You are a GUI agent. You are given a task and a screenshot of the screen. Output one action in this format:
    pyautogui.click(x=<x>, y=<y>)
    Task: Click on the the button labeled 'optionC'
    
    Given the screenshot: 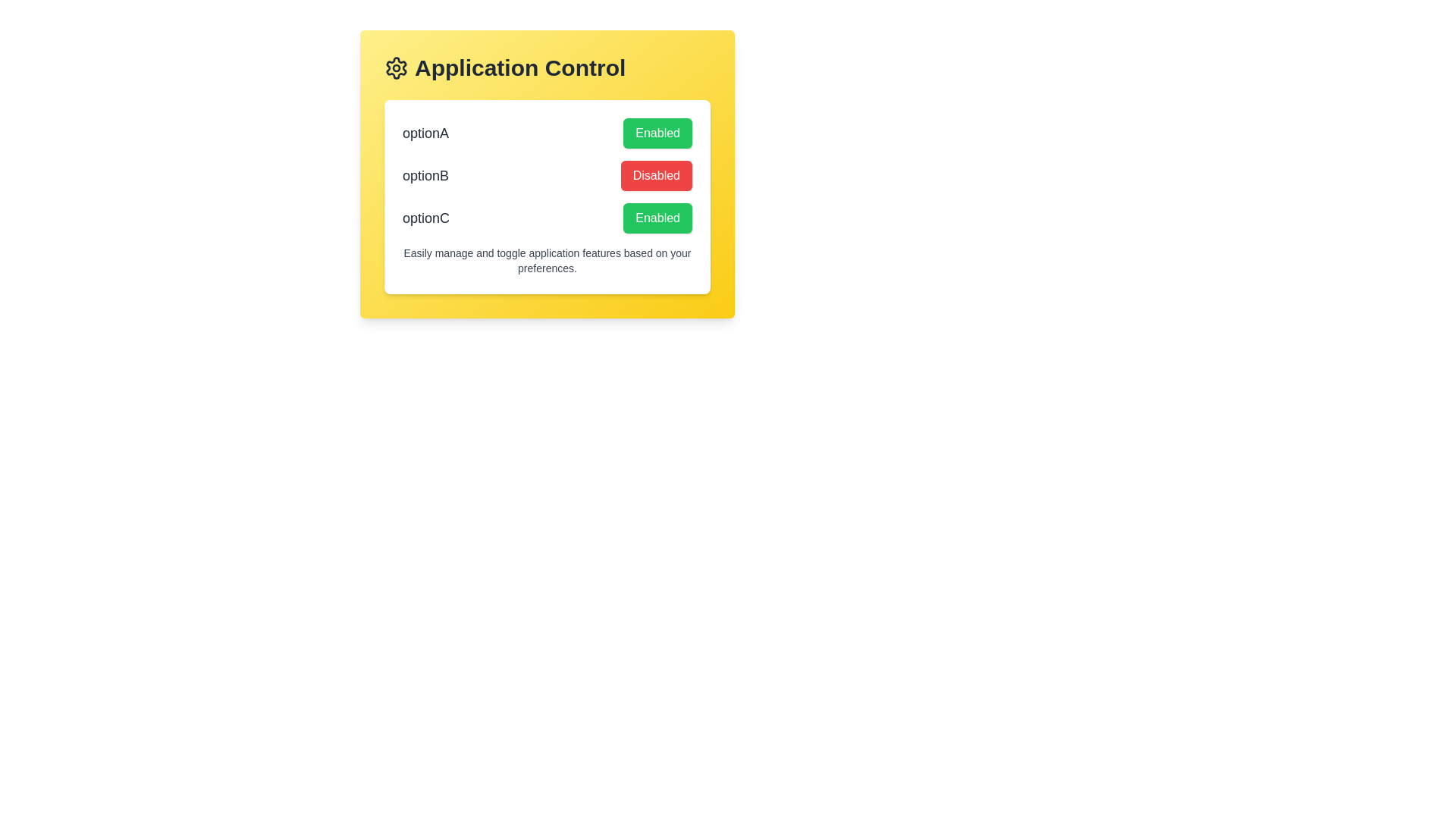 What is the action you would take?
    pyautogui.click(x=657, y=218)
    